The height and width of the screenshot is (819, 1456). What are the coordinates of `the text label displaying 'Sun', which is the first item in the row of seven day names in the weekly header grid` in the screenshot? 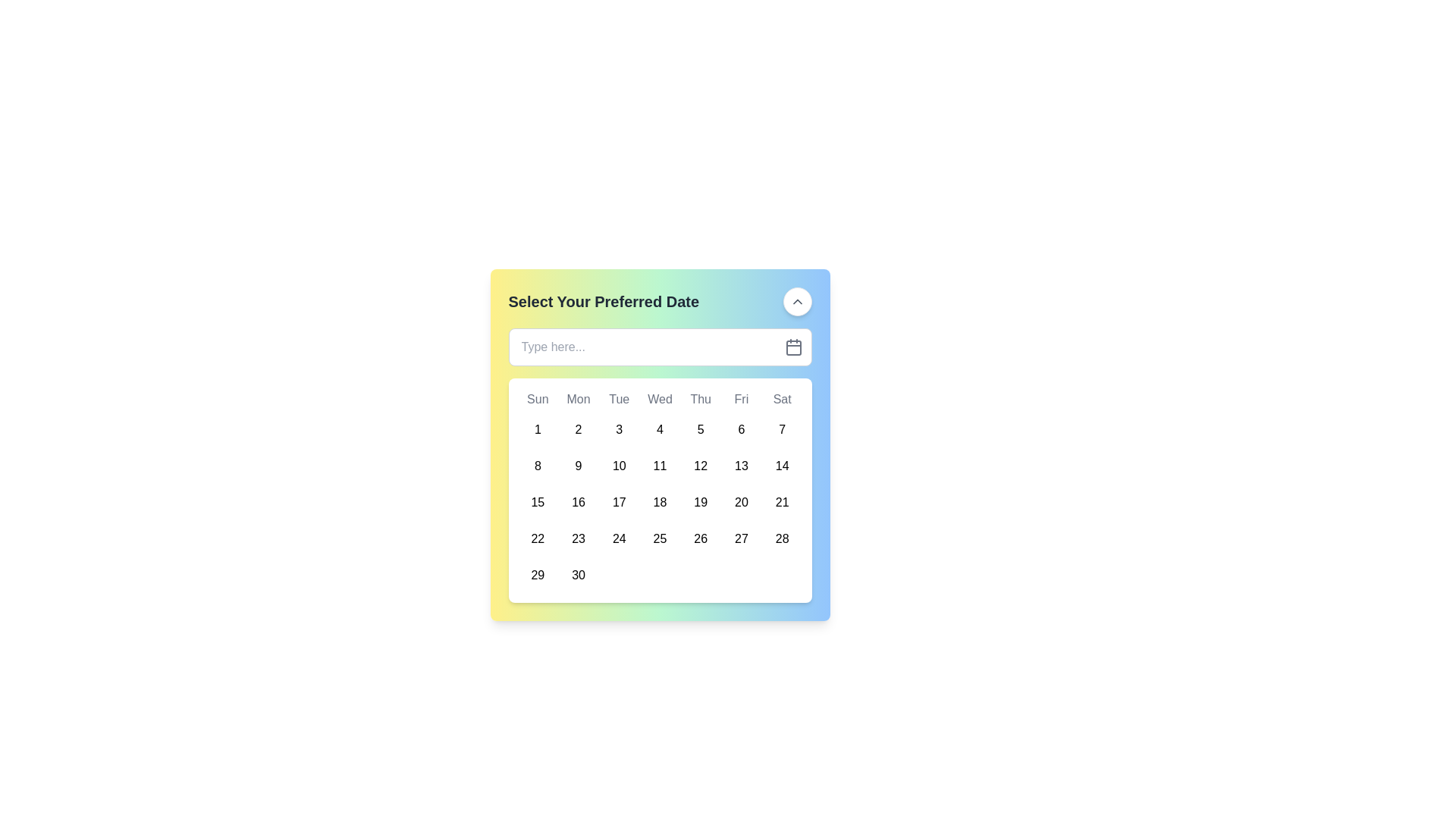 It's located at (538, 399).